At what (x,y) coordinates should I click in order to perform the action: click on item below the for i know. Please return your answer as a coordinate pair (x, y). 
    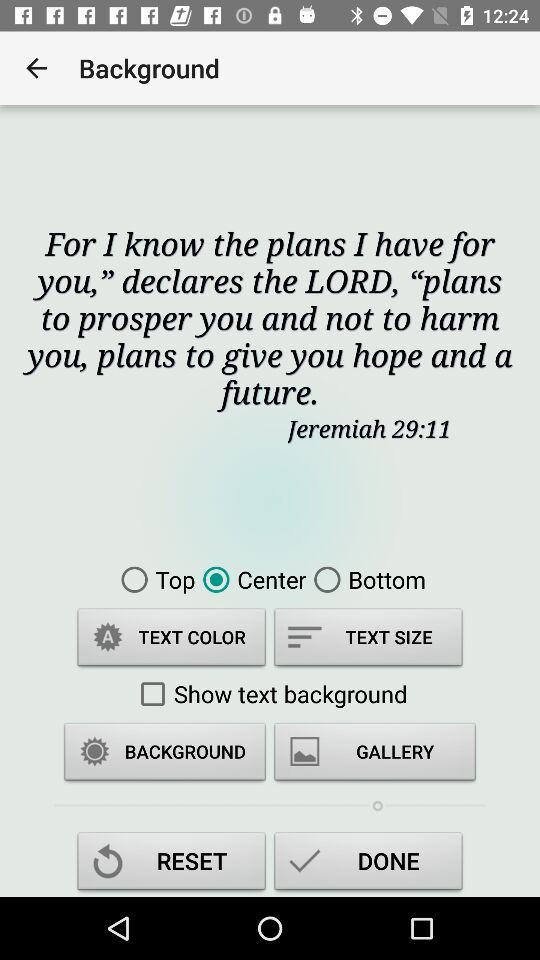
    Looking at the image, I should click on (153, 579).